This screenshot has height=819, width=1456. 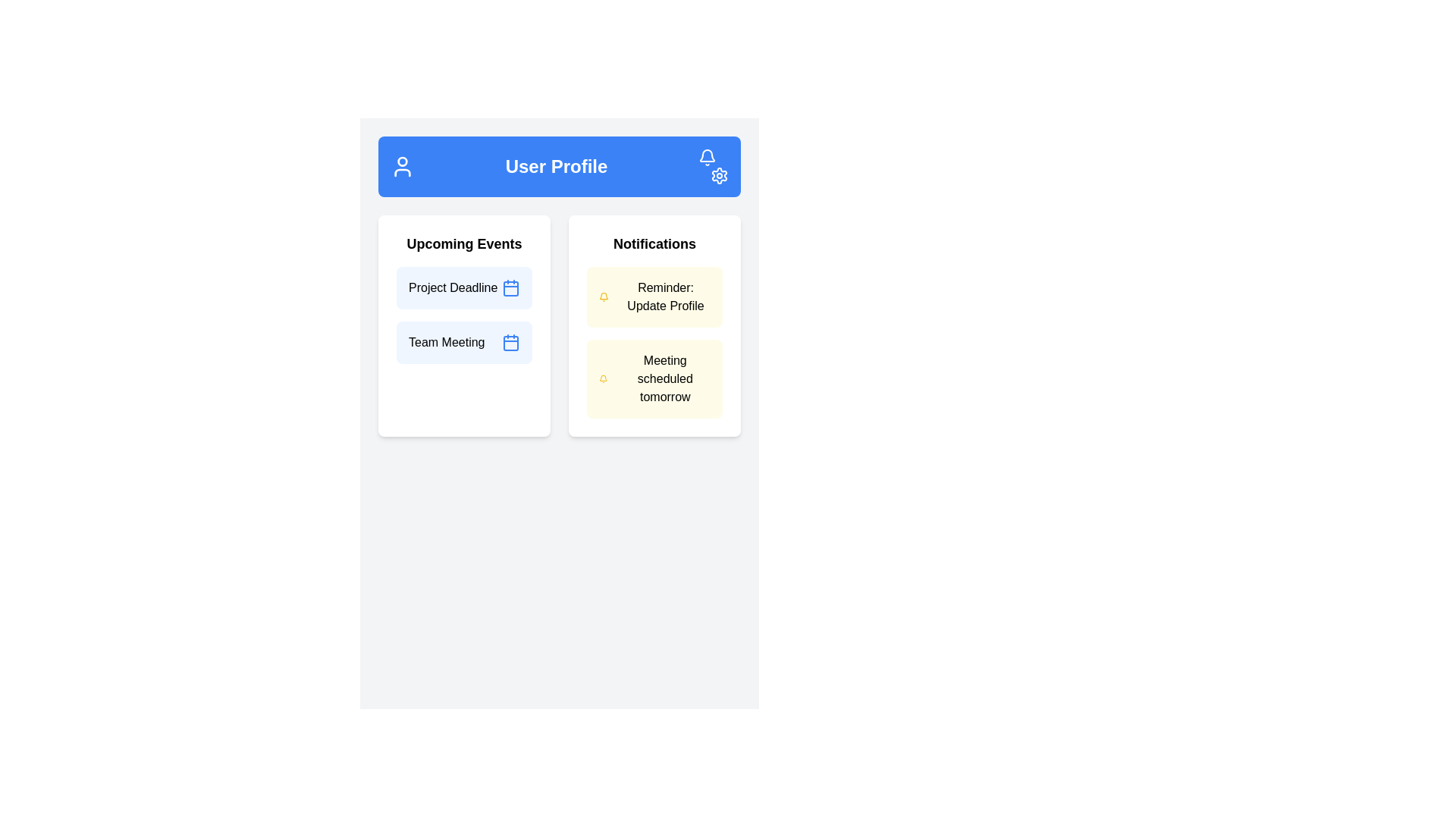 What do you see at coordinates (463, 243) in the screenshot?
I see `the heading text element for the 'Upcoming Events' section, which serves as the title for the events listed below` at bounding box center [463, 243].